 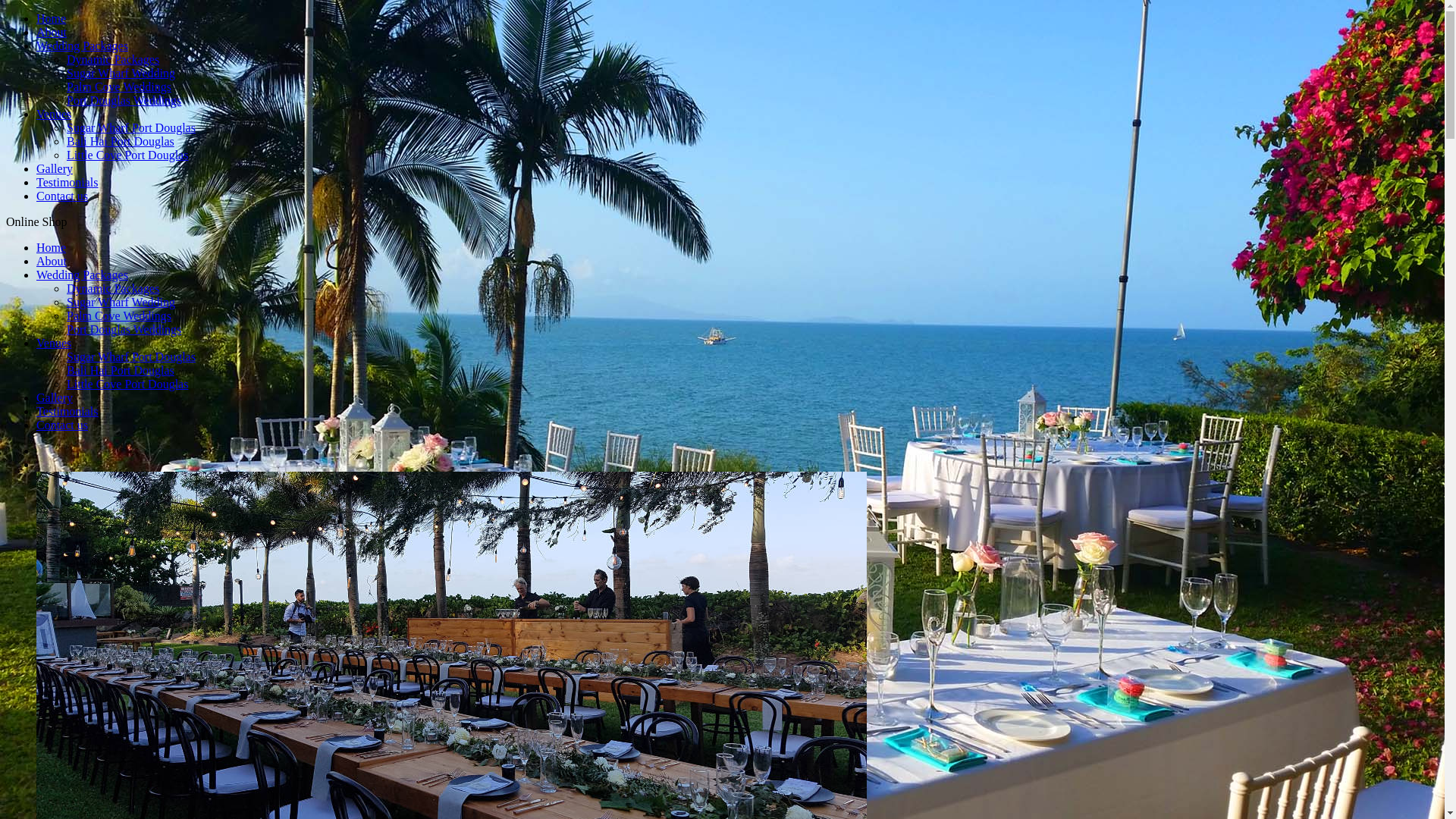 What do you see at coordinates (111, 58) in the screenshot?
I see `'Dynamic Packages'` at bounding box center [111, 58].